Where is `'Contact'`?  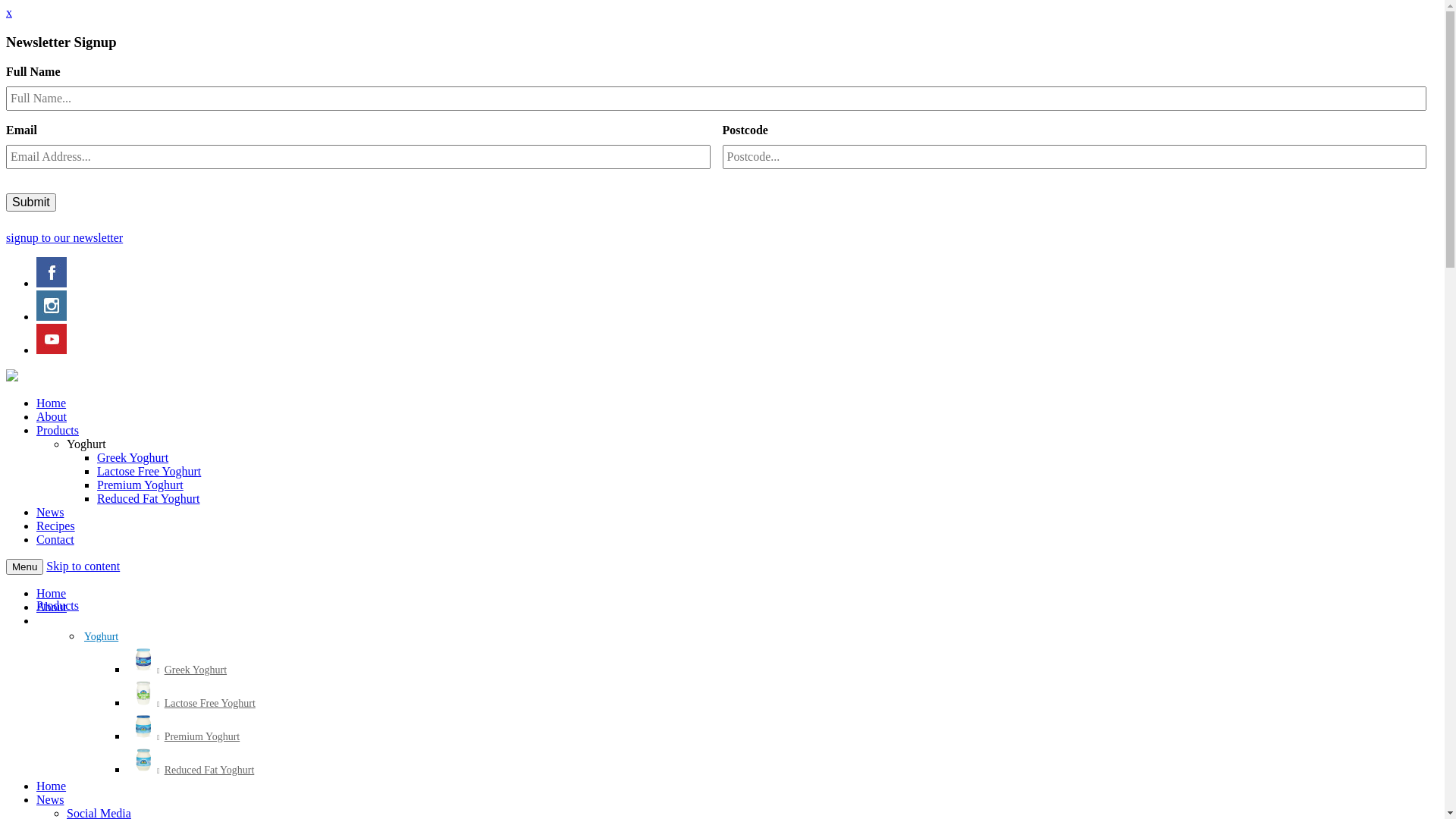
'Contact' is located at coordinates (55, 538).